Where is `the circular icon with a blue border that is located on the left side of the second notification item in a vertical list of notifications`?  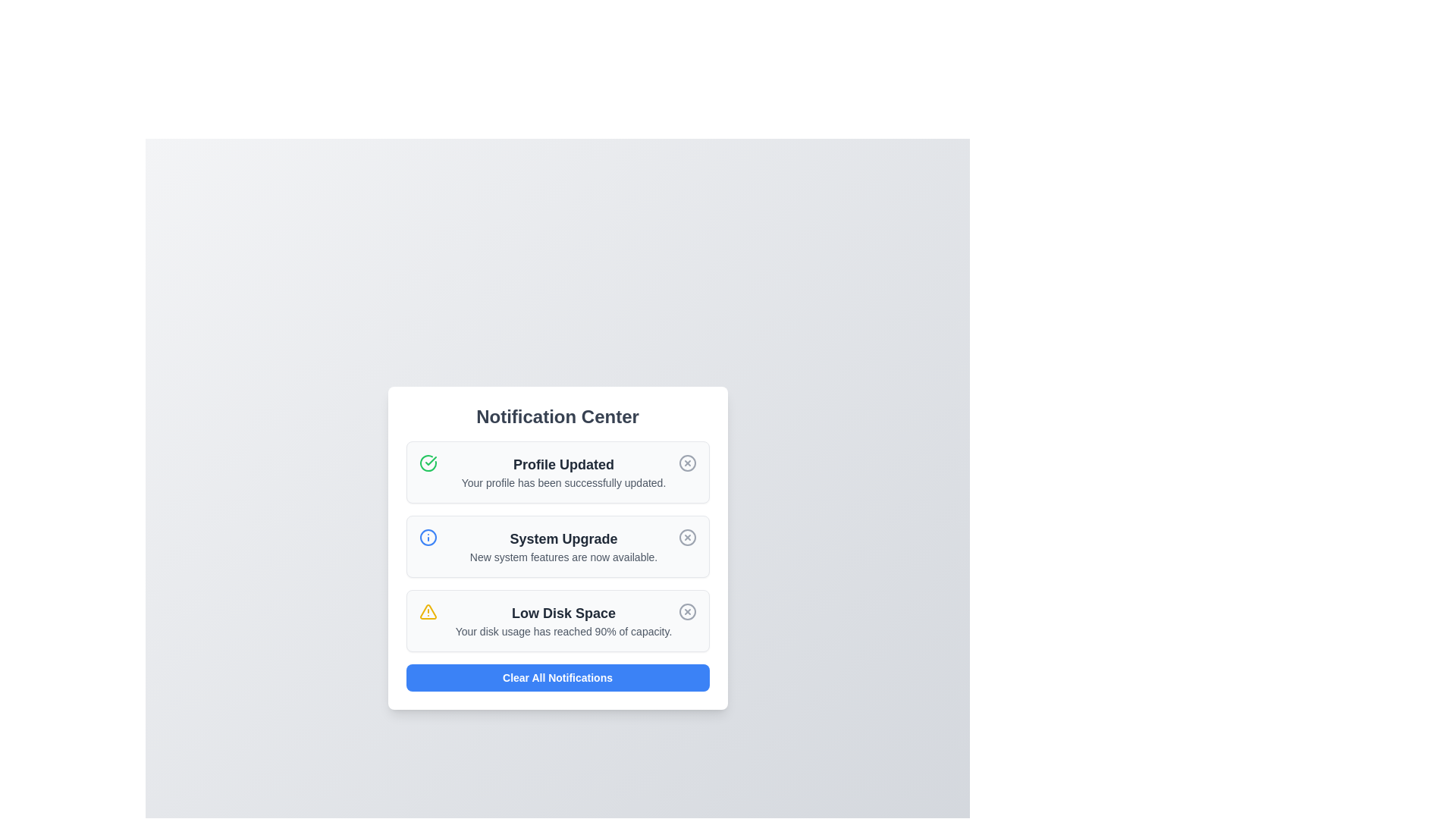
the circular icon with a blue border that is located on the left side of the second notification item in a vertical list of notifications is located at coordinates (427, 537).